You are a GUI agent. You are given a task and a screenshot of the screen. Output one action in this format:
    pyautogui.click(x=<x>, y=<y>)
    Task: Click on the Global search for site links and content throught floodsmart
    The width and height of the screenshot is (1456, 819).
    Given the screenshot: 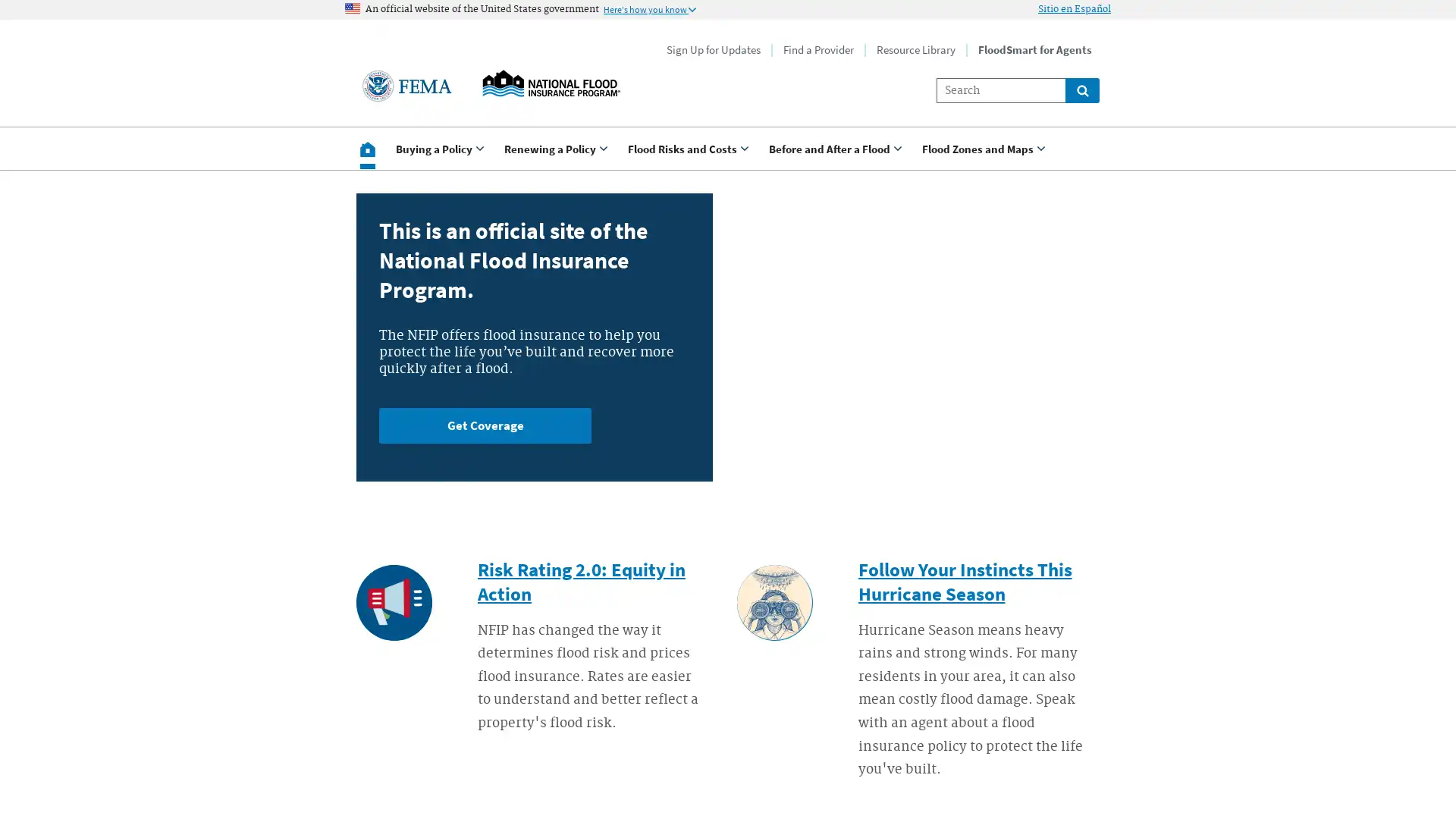 What is the action you would take?
    pyautogui.click(x=1081, y=90)
    